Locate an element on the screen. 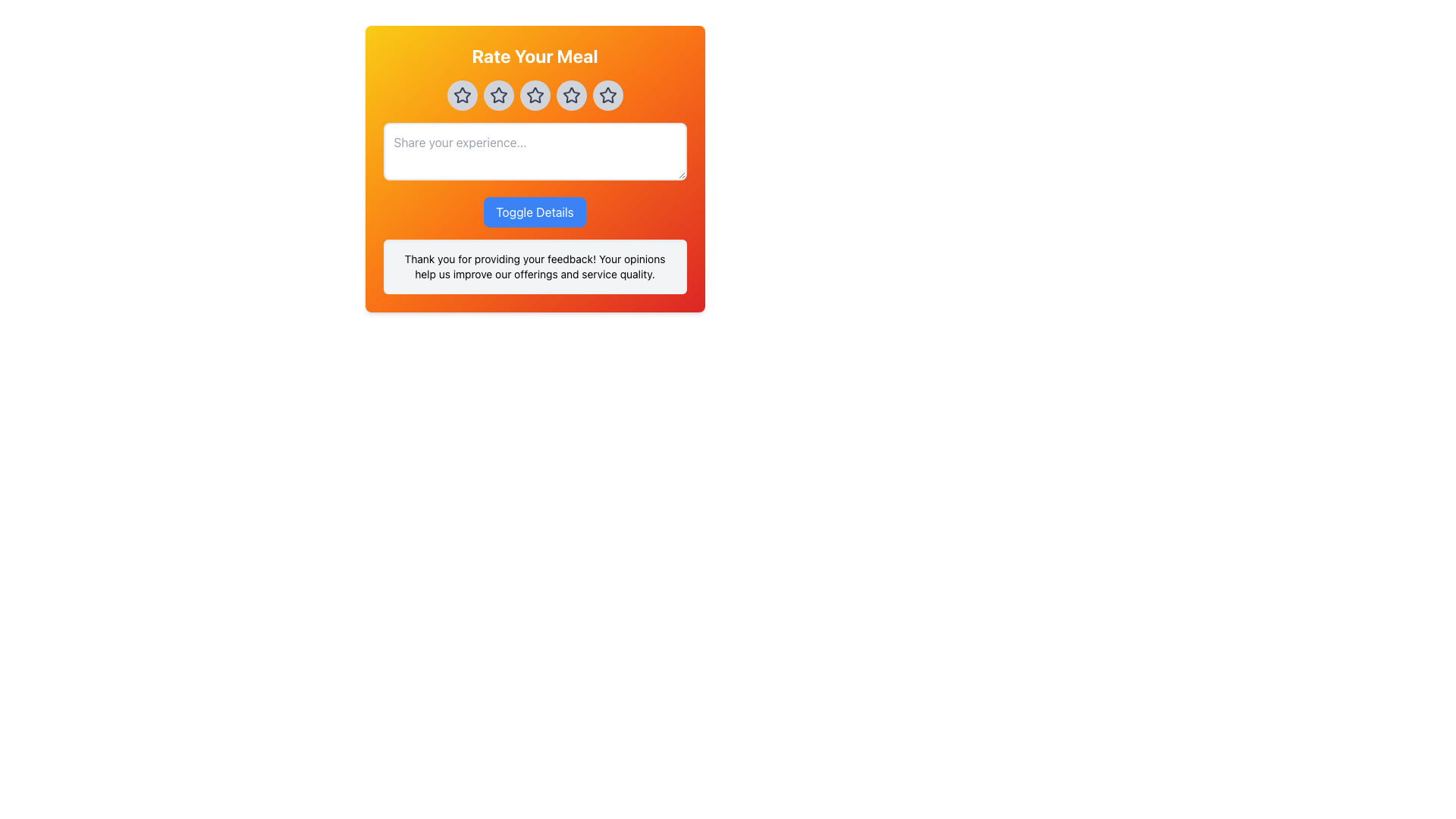  the visually distinct star rating icon with a hollow appearance and a red overlay, positioned centrally among five stars below the 'Rate Your Meal' heading is located at coordinates (570, 95).